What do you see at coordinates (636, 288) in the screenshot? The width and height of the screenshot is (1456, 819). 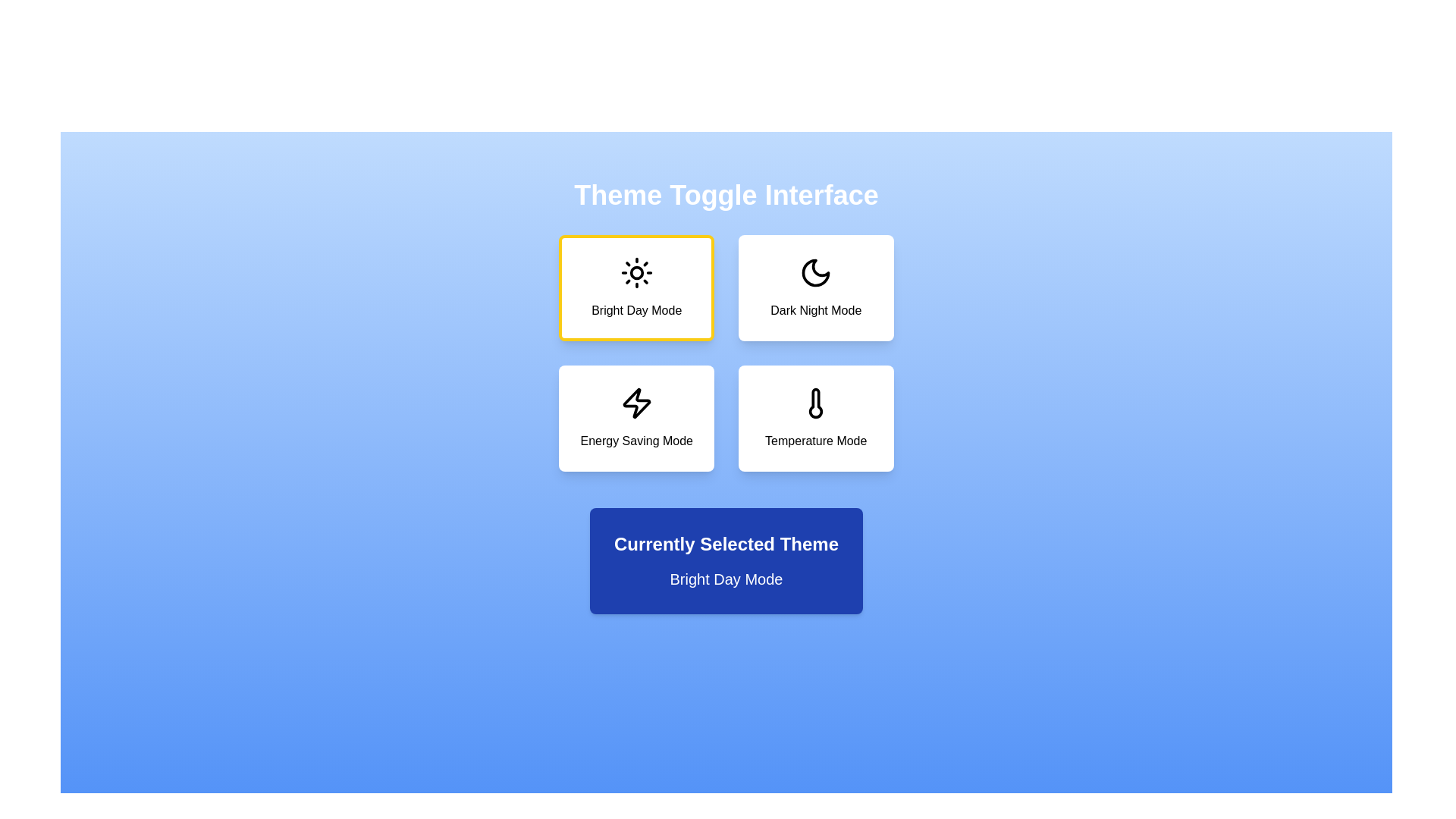 I see `the theme Bright Day Mode by clicking its button` at bounding box center [636, 288].